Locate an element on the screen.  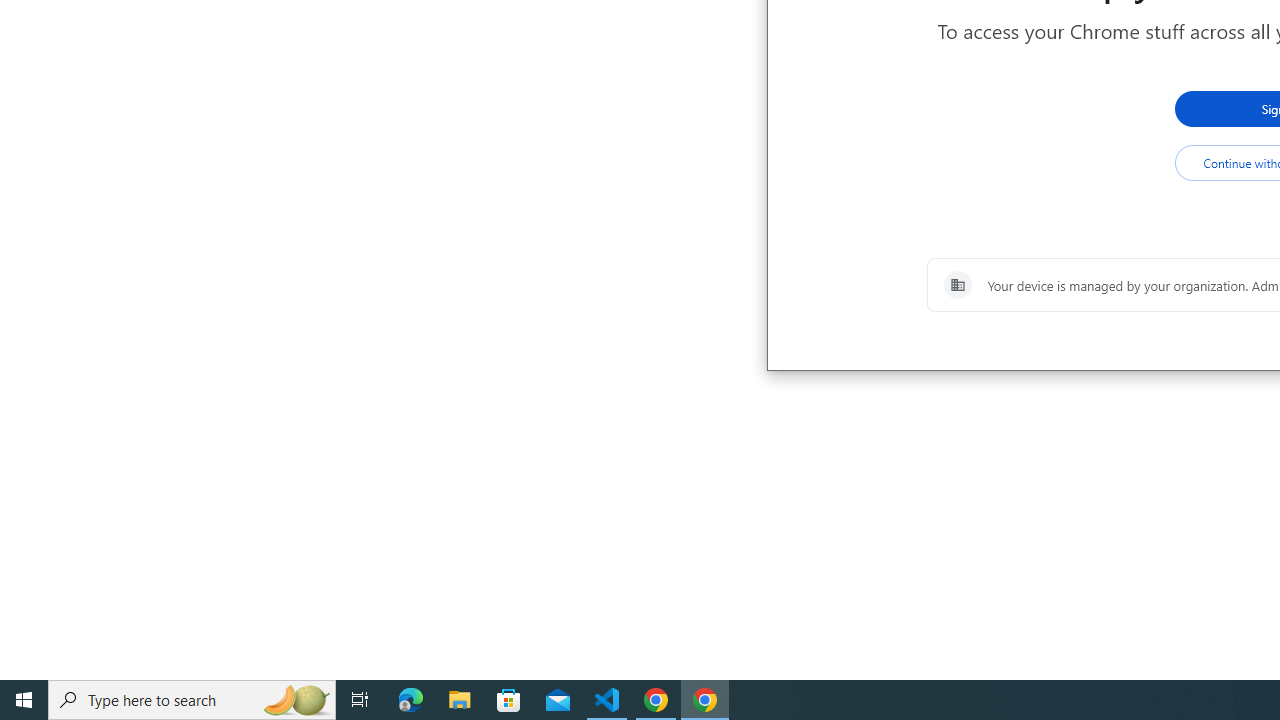
'Microsoft Edge' is located at coordinates (410, 698).